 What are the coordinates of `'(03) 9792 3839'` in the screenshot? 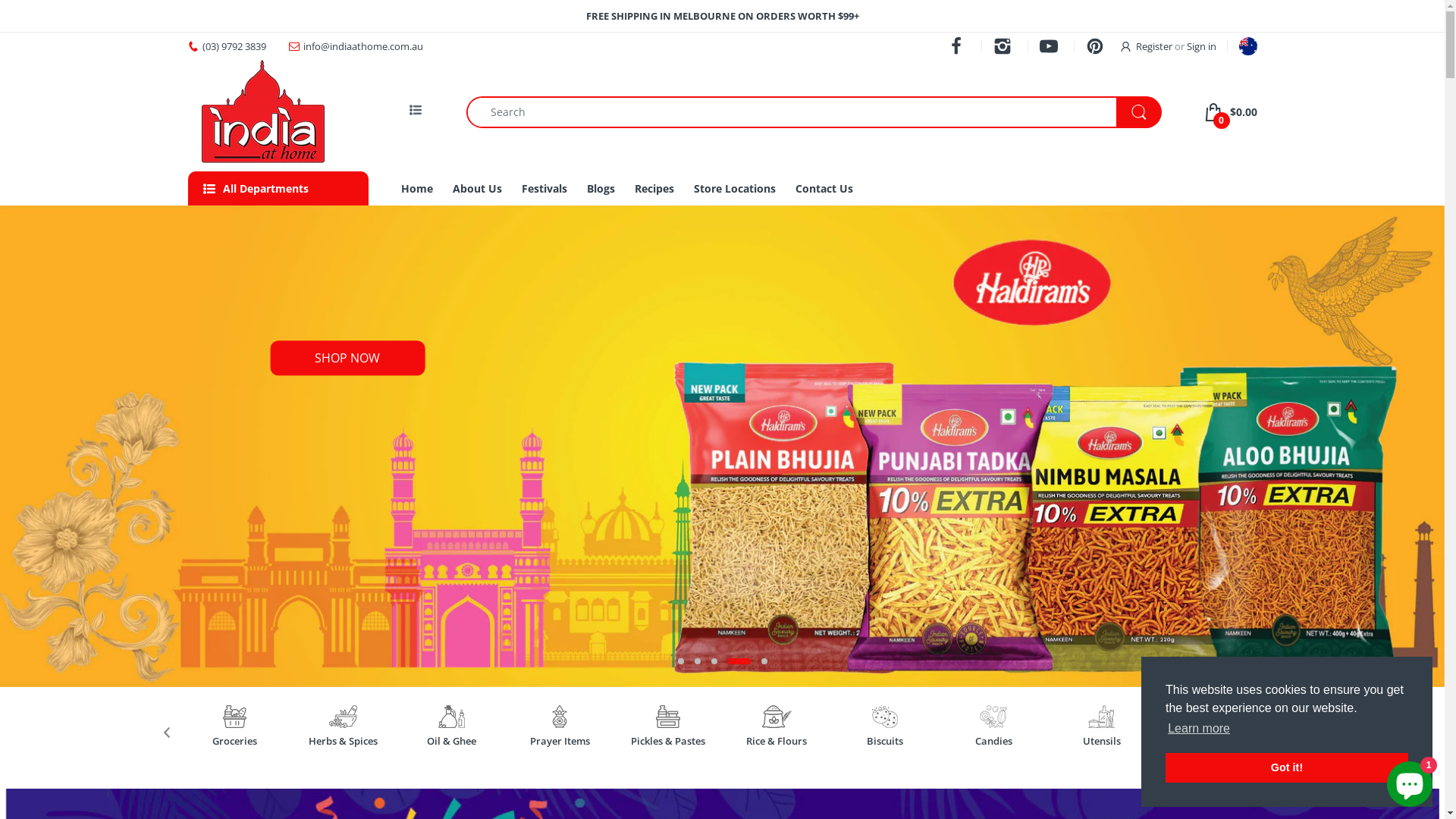 It's located at (232, 45).